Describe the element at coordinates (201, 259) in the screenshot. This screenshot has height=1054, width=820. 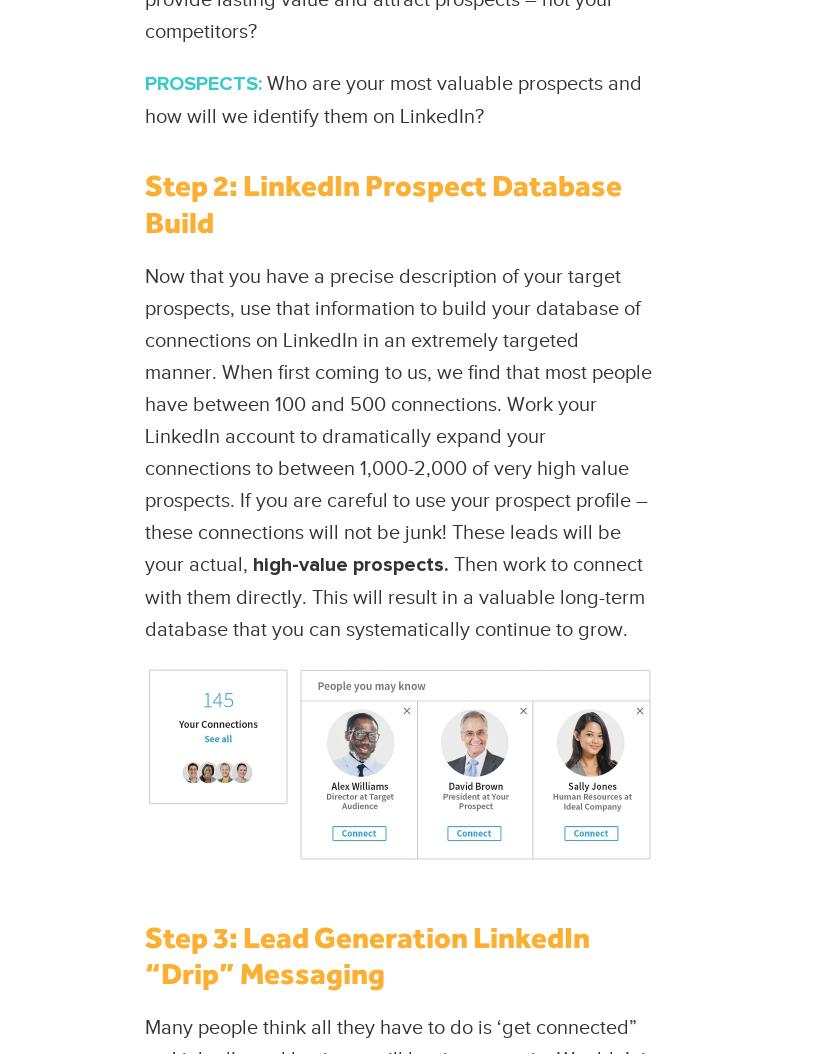
I see `'Portfolio'` at that location.